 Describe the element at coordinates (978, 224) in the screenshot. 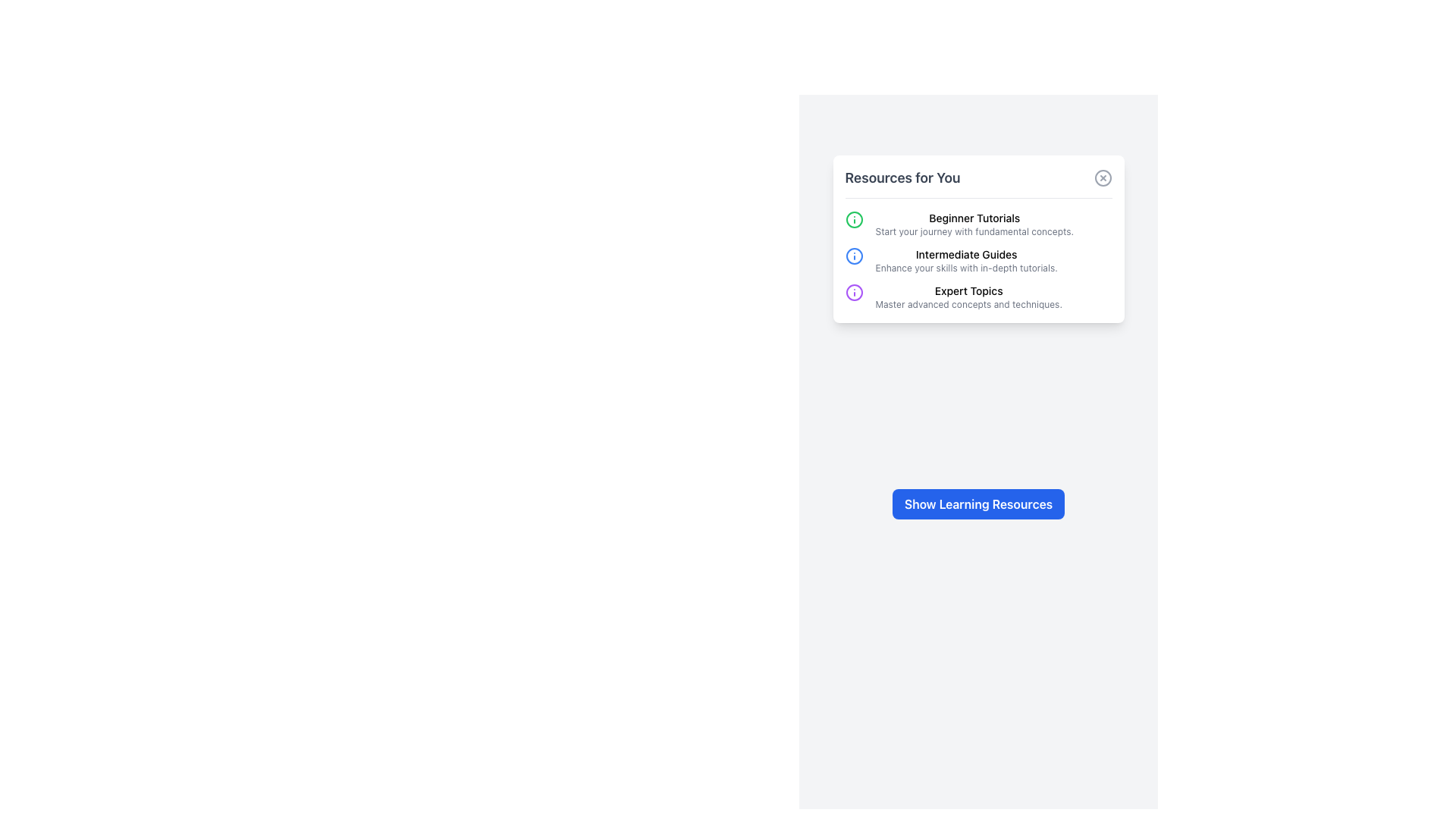

I see `the first composite list item in the 'Resources for You' card` at that location.